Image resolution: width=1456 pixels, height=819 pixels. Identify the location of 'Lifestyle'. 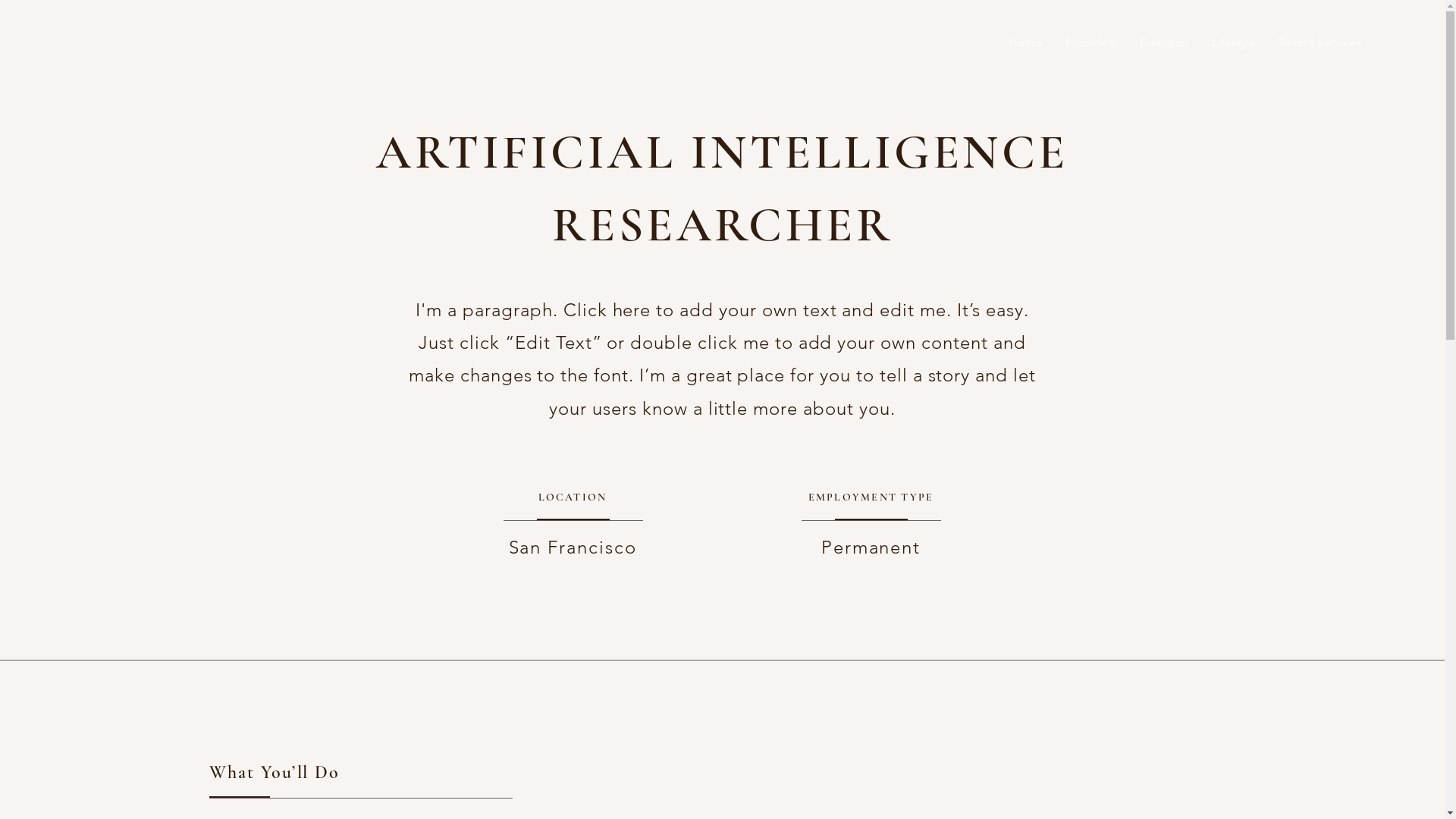
(1234, 42).